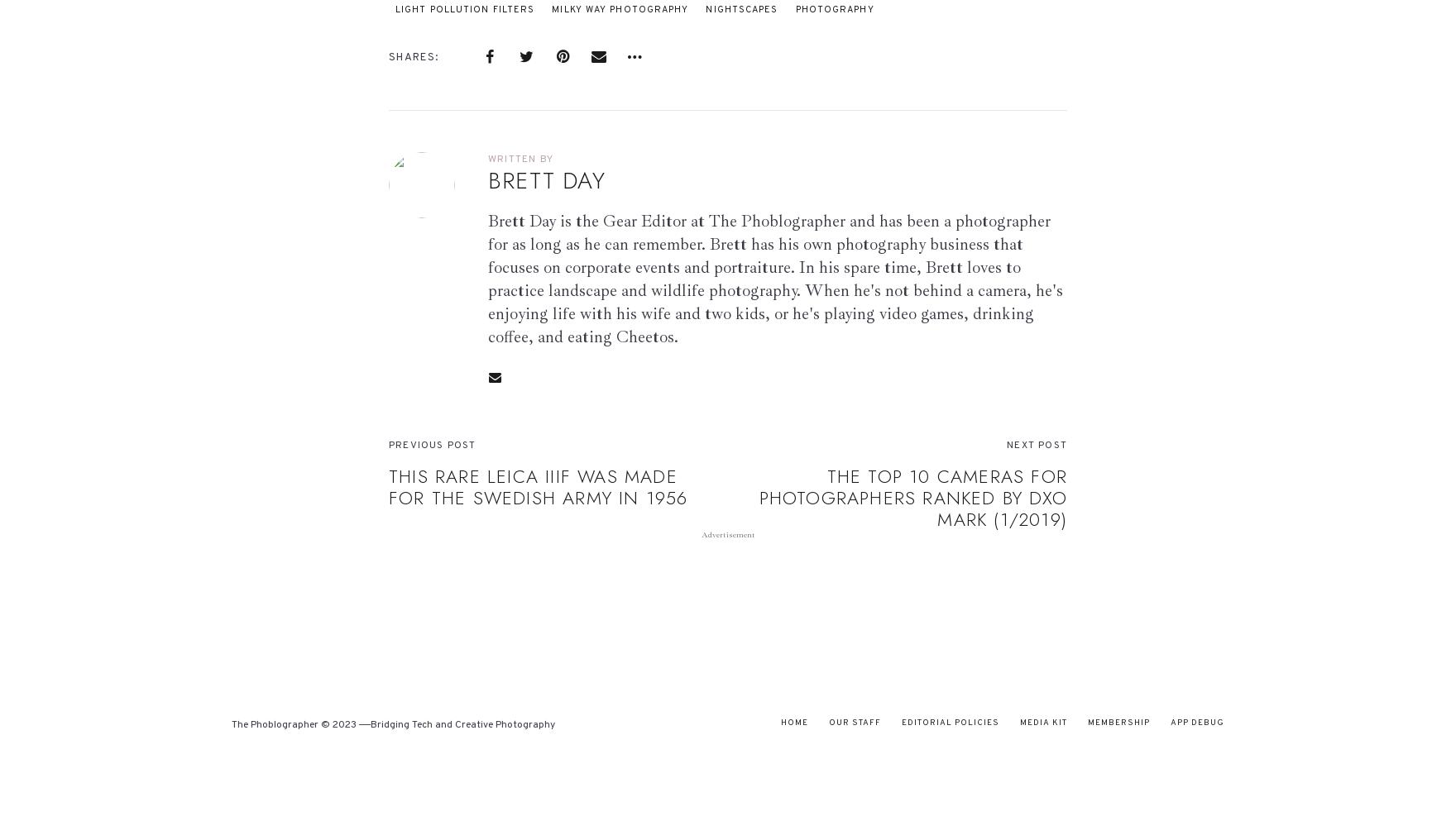  What do you see at coordinates (741, 8) in the screenshot?
I see `'nightscapes'` at bounding box center [741, 8].